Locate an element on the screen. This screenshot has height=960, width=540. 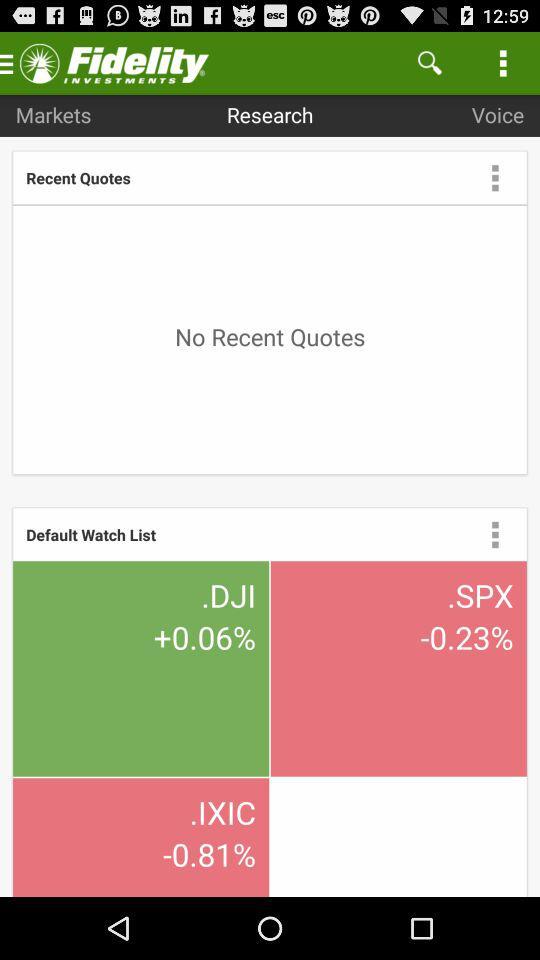
the more icon is located at coordinates (494, 572).